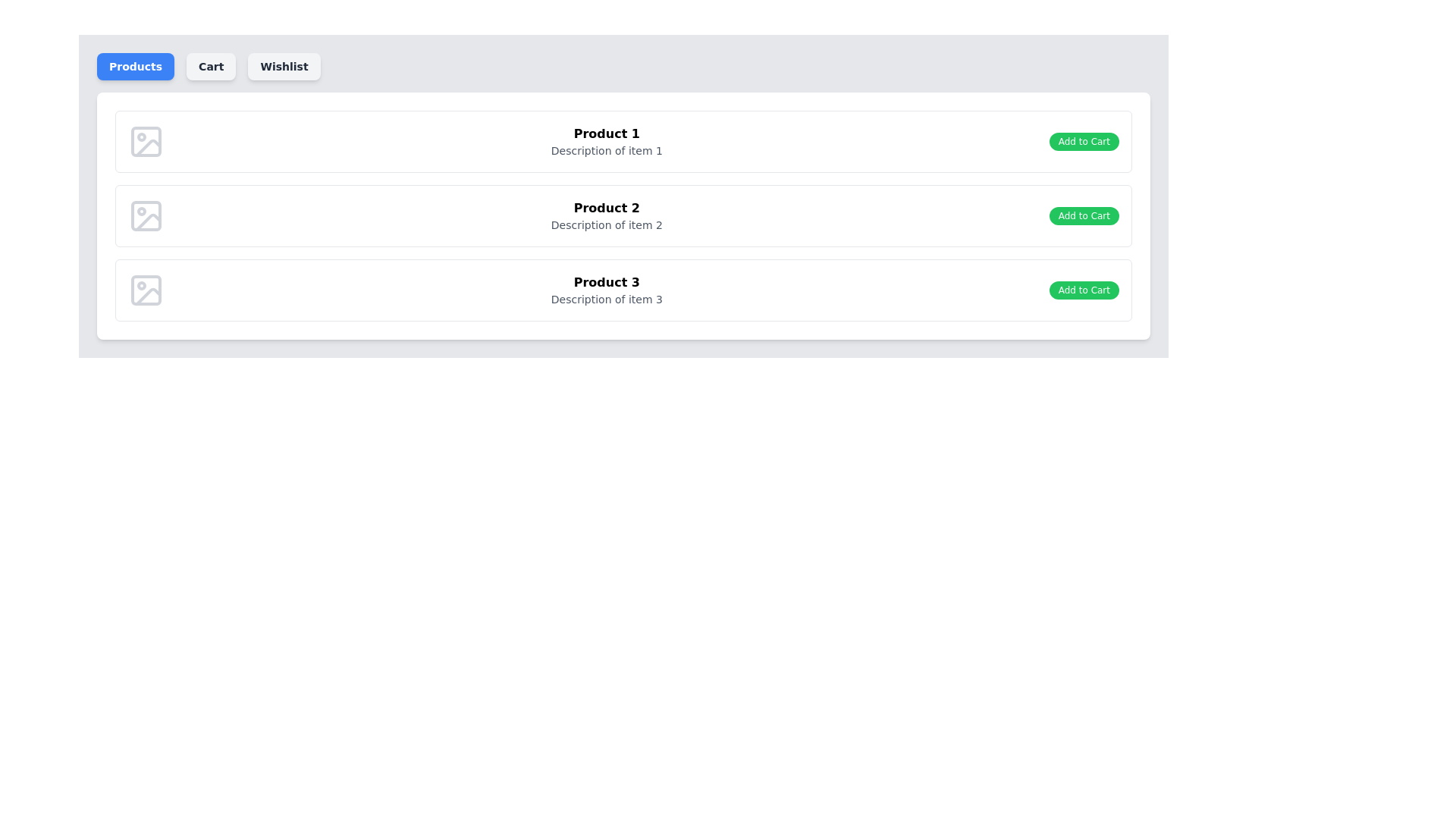 Image resolution: width=1456 pixels, height=819 pixels. I want to click on the green oval-shaped 'Add to Cart' button, so click(1083, 141).